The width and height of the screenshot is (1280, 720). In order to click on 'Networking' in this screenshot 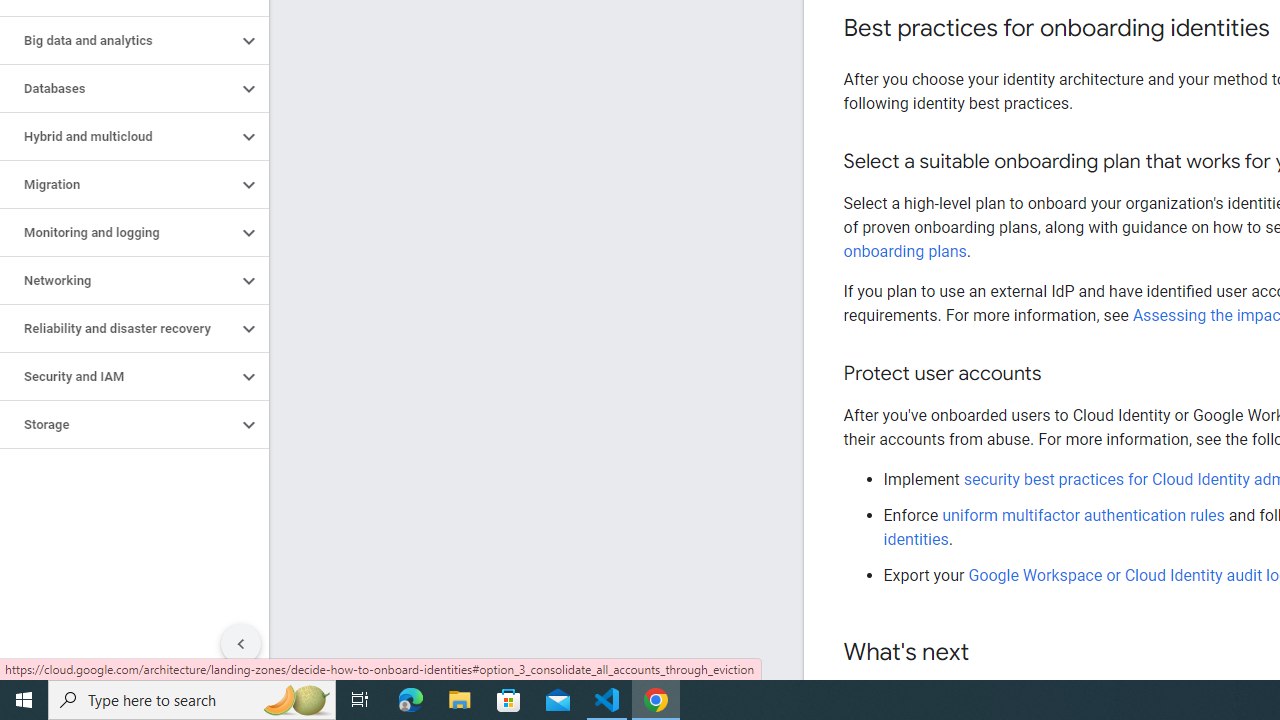, I will do `click(117, 281)`.